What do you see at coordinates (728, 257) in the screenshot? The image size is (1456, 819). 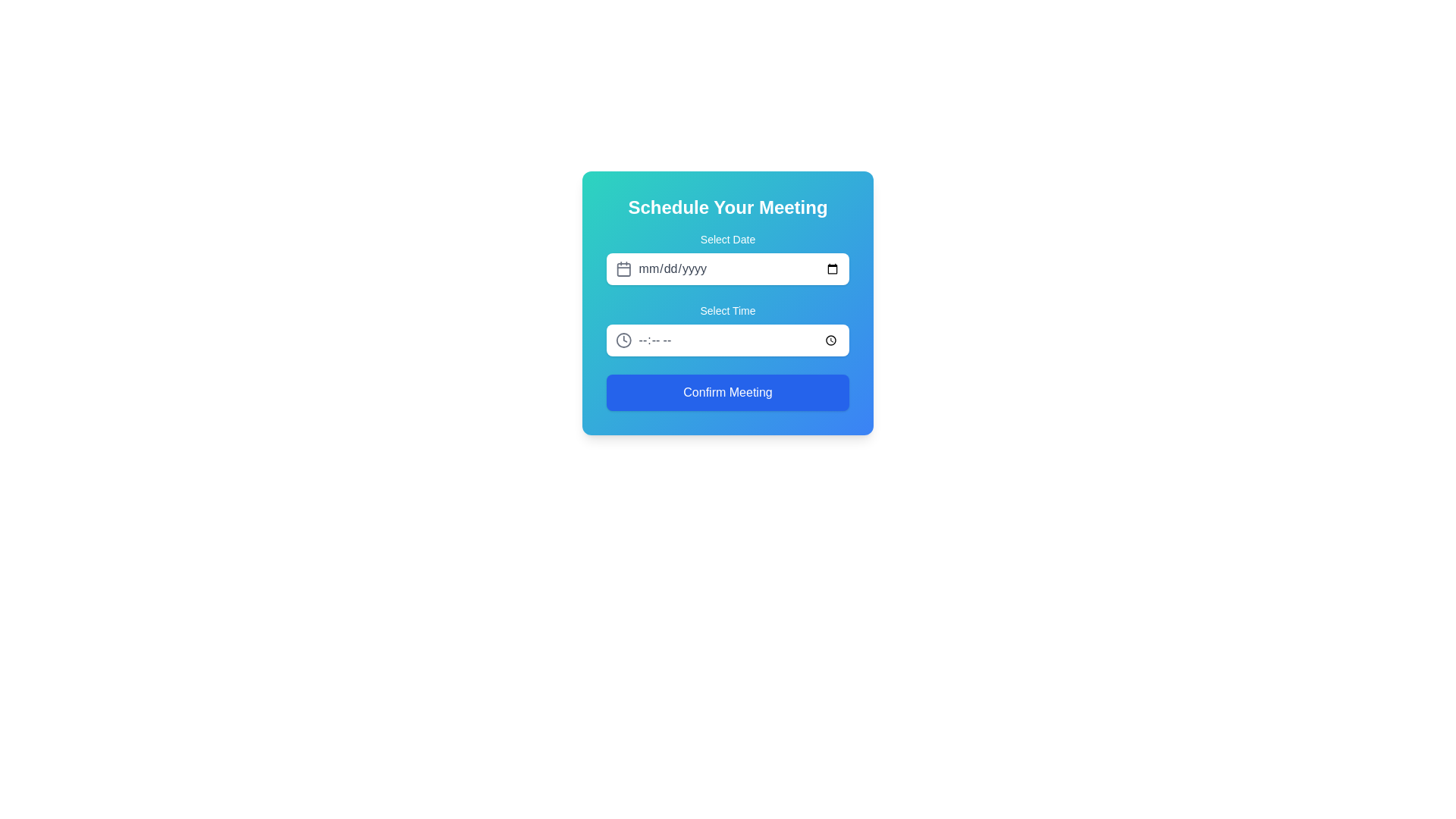 I see `the Date input field labeled 'Select Date'` at bounding box center [728, 257].